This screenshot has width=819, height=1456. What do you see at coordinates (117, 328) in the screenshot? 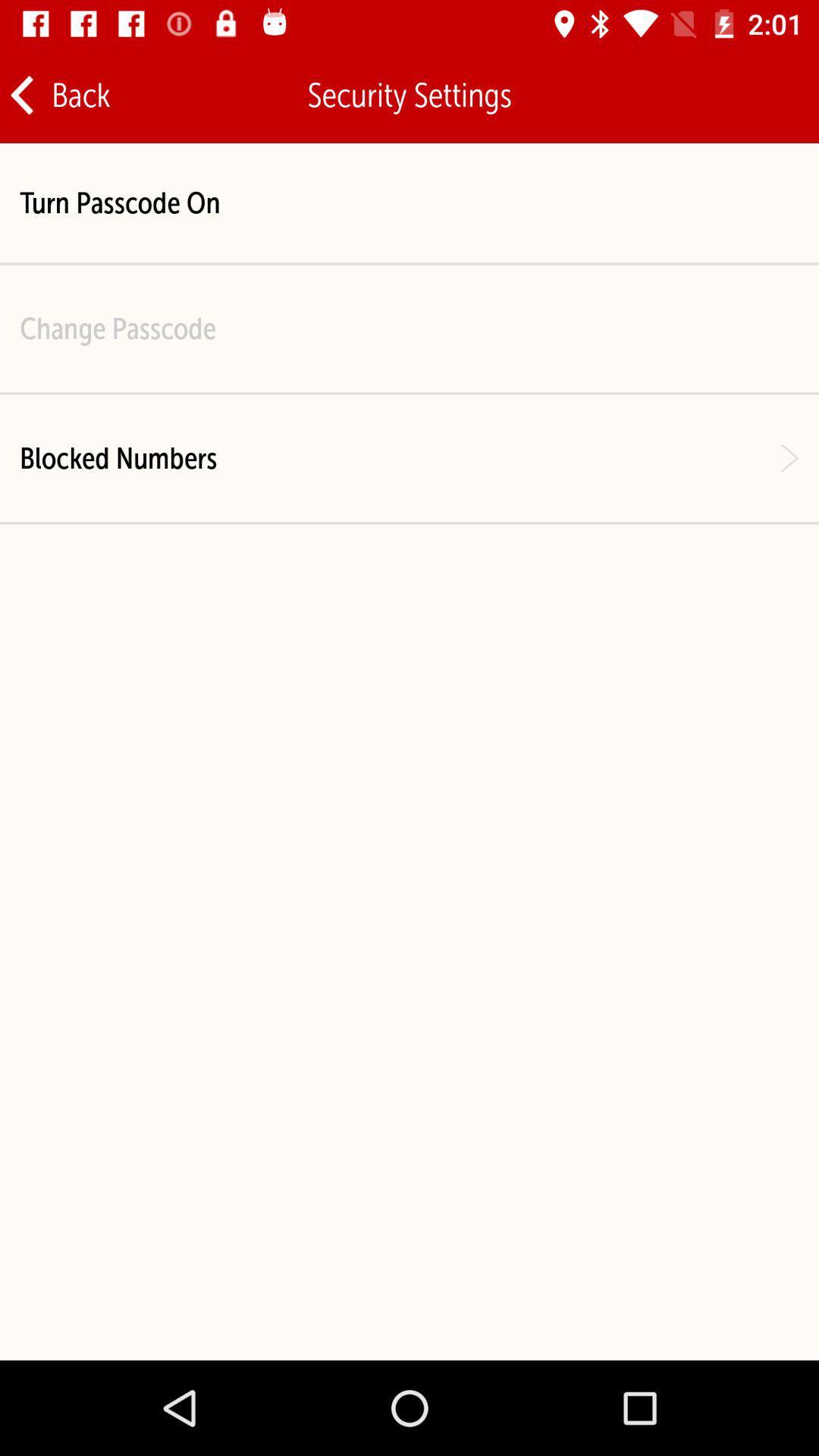
I see `the item above the blocked numbers` at bounding box center [117, 328].